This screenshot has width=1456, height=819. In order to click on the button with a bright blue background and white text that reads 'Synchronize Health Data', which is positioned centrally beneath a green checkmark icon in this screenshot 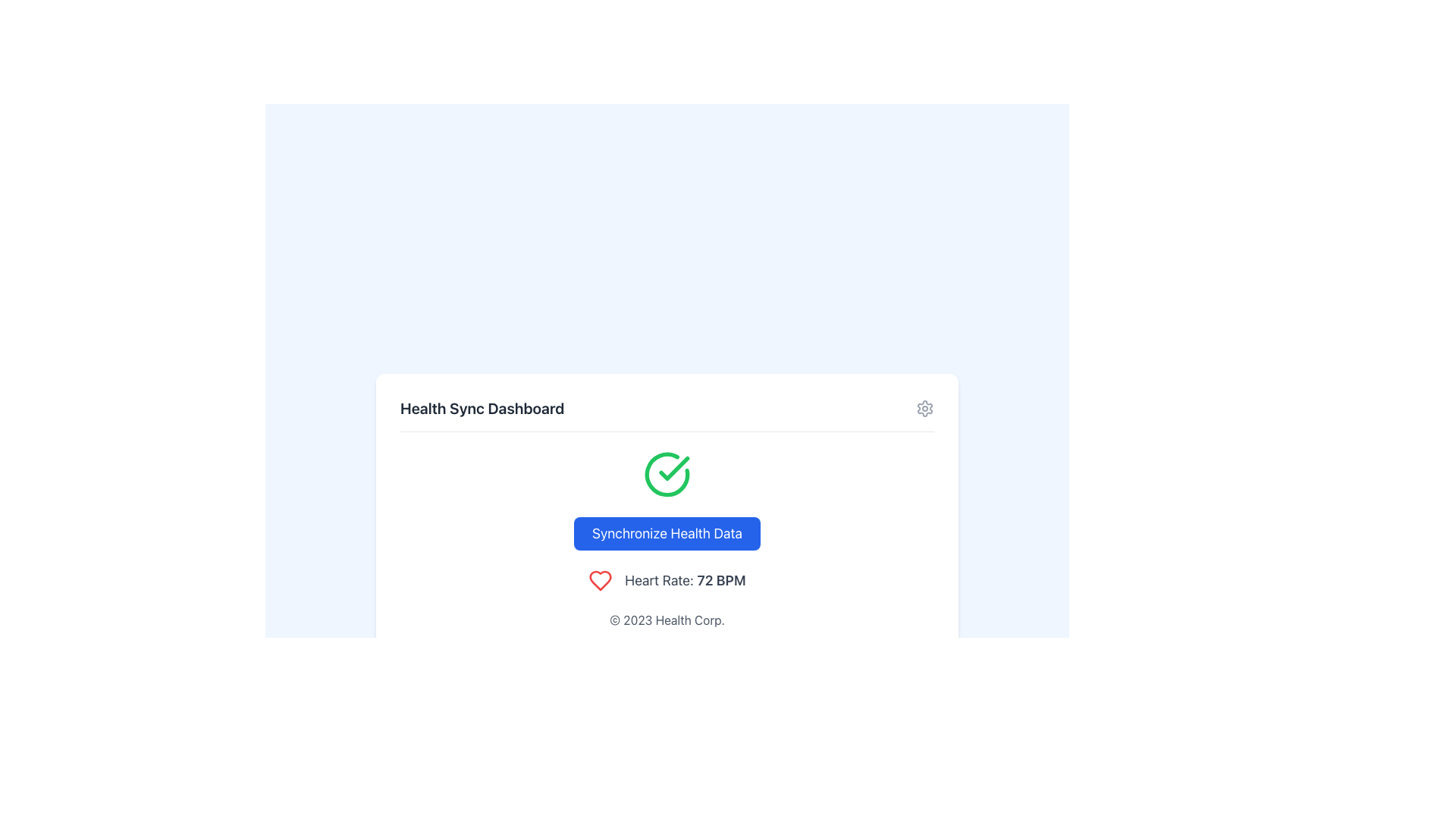, I will do `click(667, 532)`.